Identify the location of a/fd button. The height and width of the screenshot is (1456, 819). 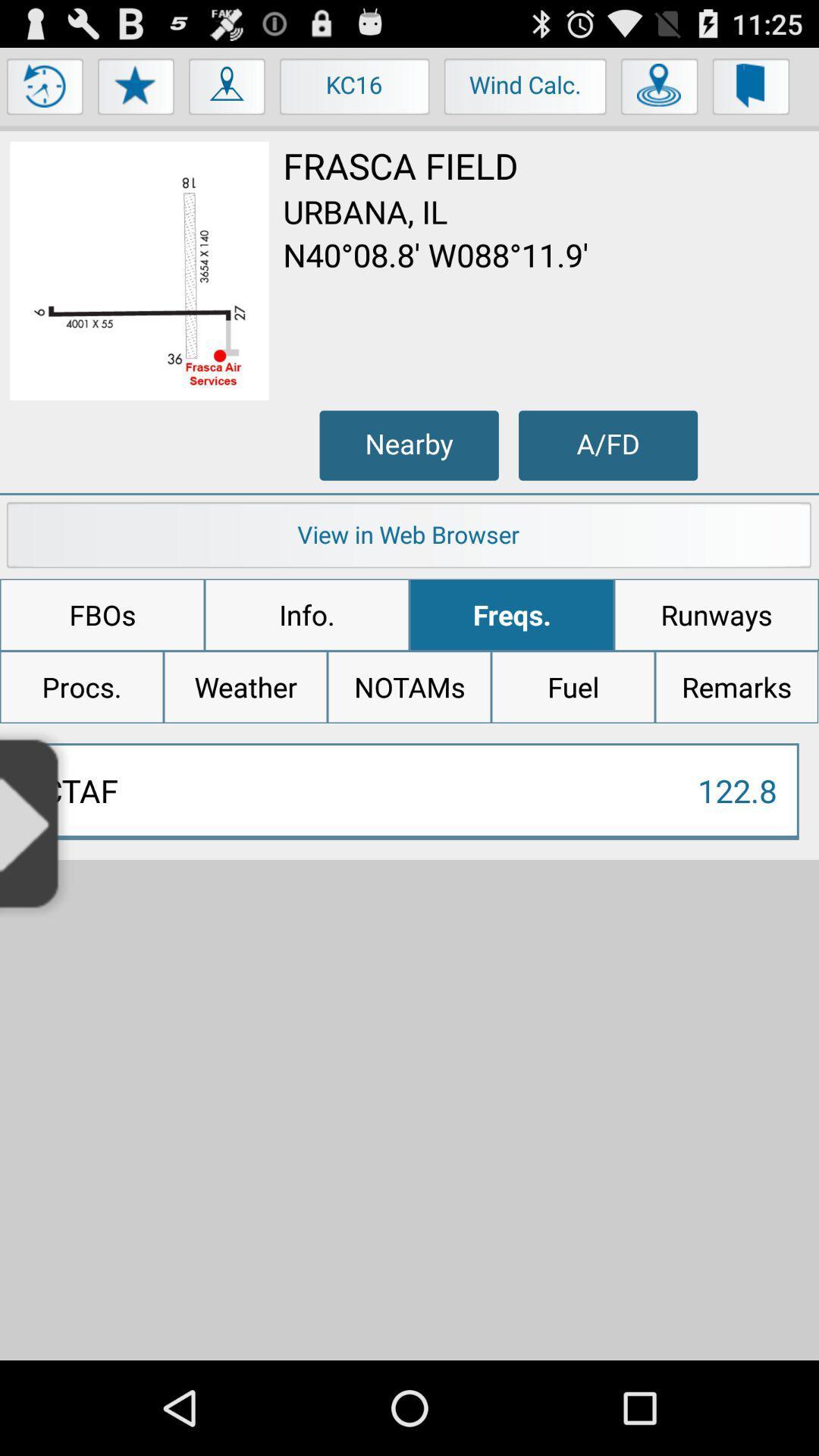
(607, 444).